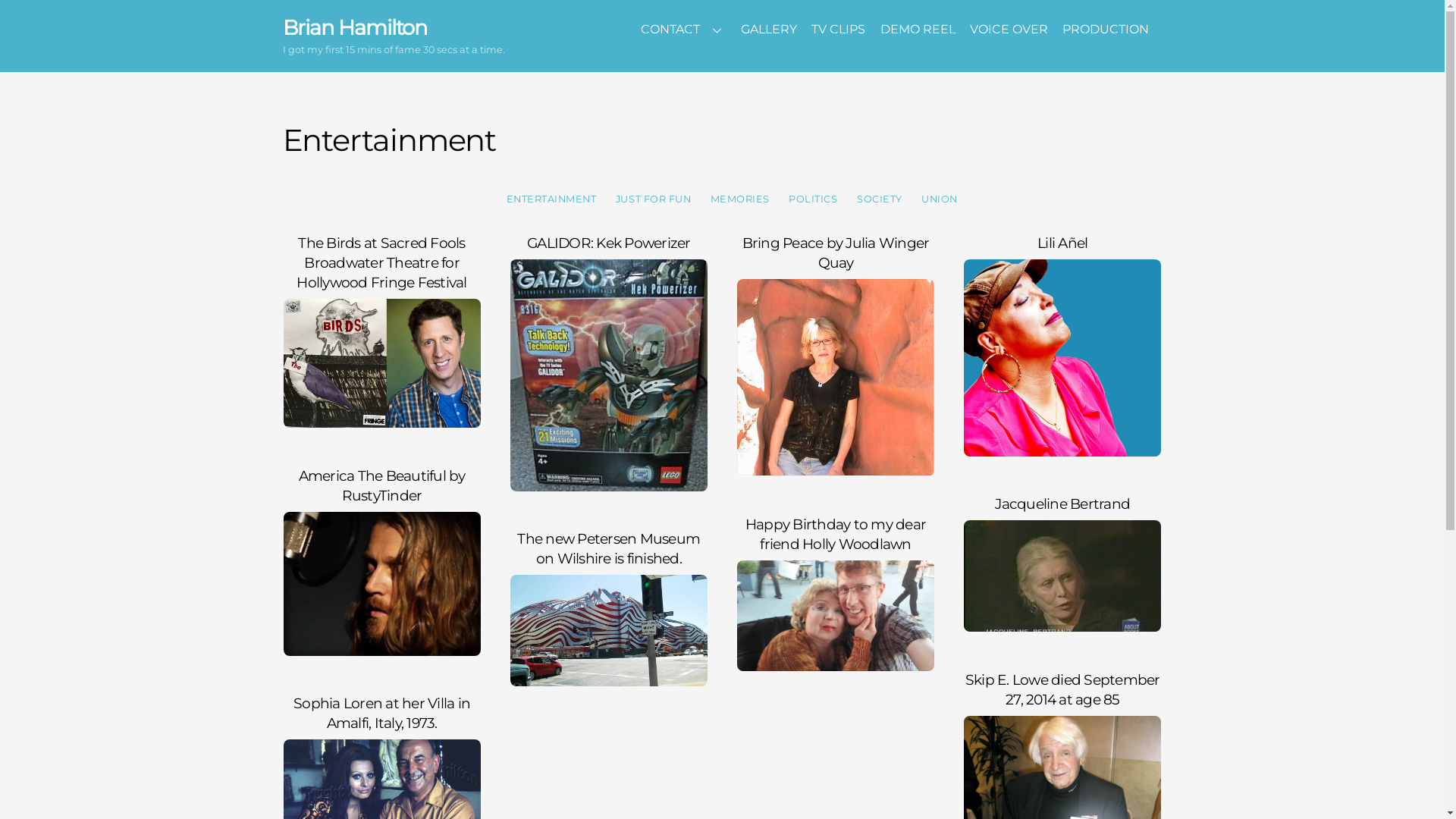 This screenshot has height=819, width=1456. What do you see at coordinates (1062, 689) in the screenshot?
I see `'Skip E. Lowe died September 27, 2014 at age 85'` at bounding box center [1062, 689].